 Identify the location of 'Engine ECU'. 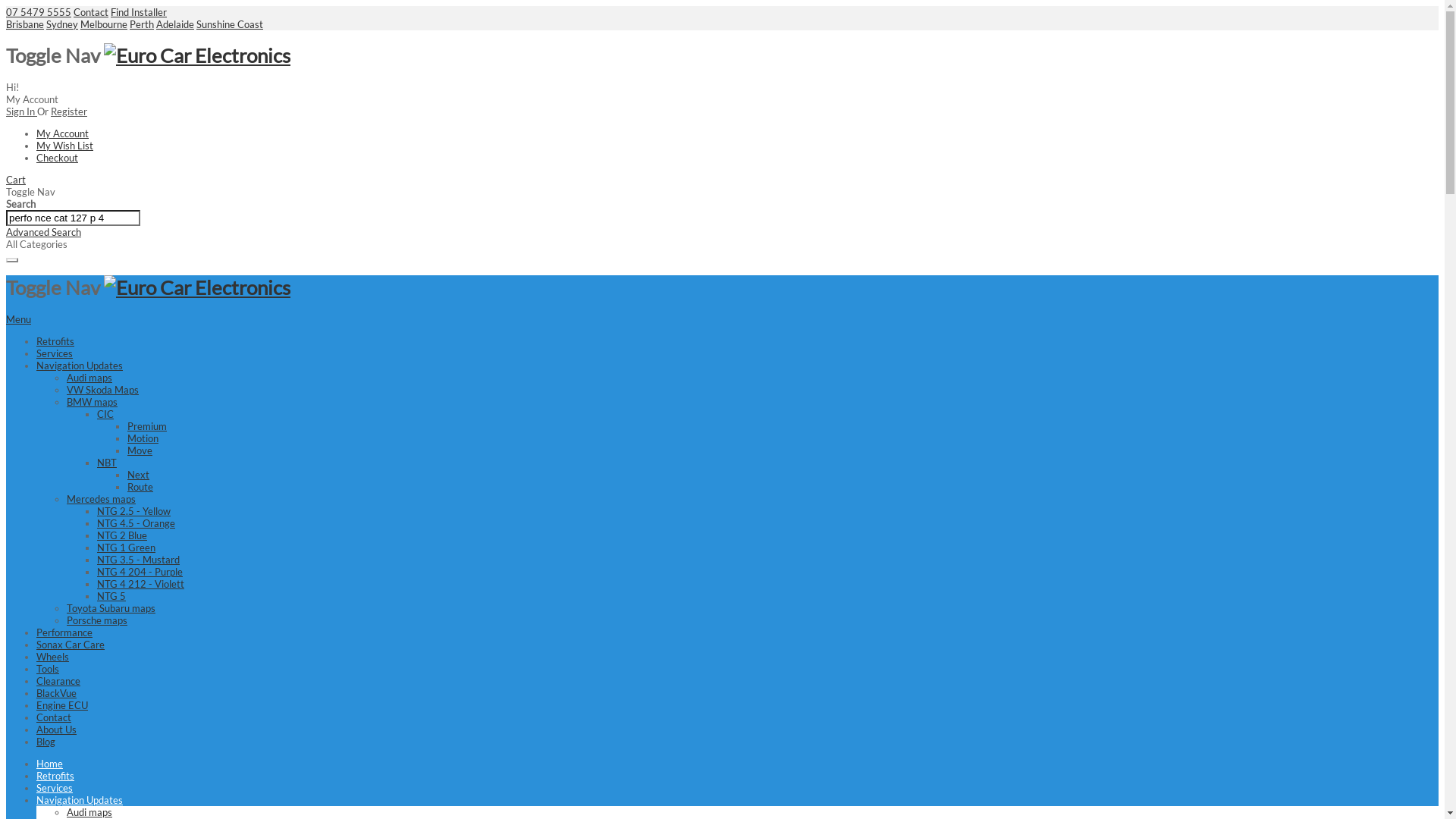
(61, 704).